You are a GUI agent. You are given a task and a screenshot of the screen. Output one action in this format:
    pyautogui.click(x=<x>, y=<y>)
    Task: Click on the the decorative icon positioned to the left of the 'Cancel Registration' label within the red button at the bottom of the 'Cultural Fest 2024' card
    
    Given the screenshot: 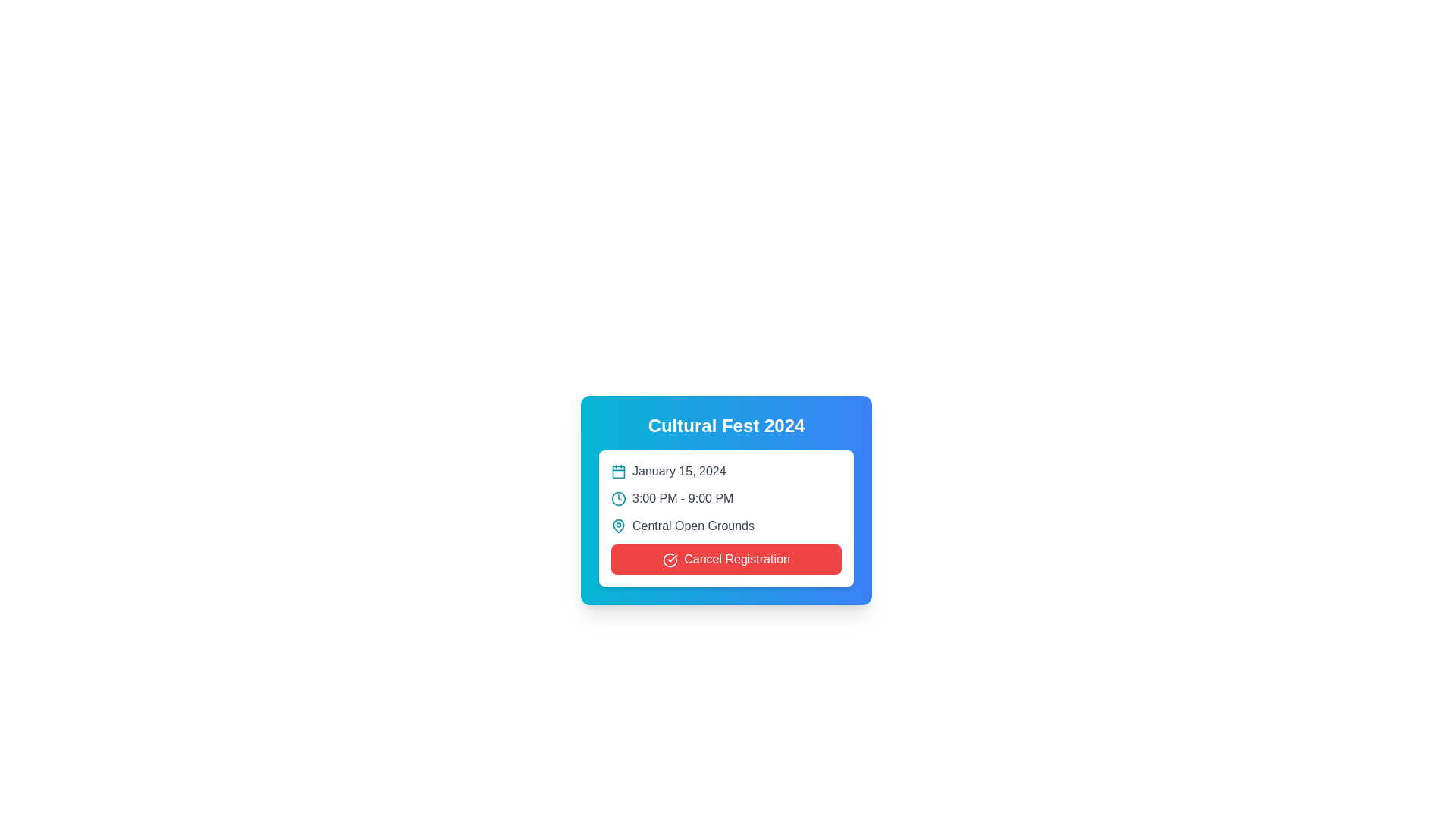 What is the action you would take?
    pyautogui.click(x=670, y=560)
    